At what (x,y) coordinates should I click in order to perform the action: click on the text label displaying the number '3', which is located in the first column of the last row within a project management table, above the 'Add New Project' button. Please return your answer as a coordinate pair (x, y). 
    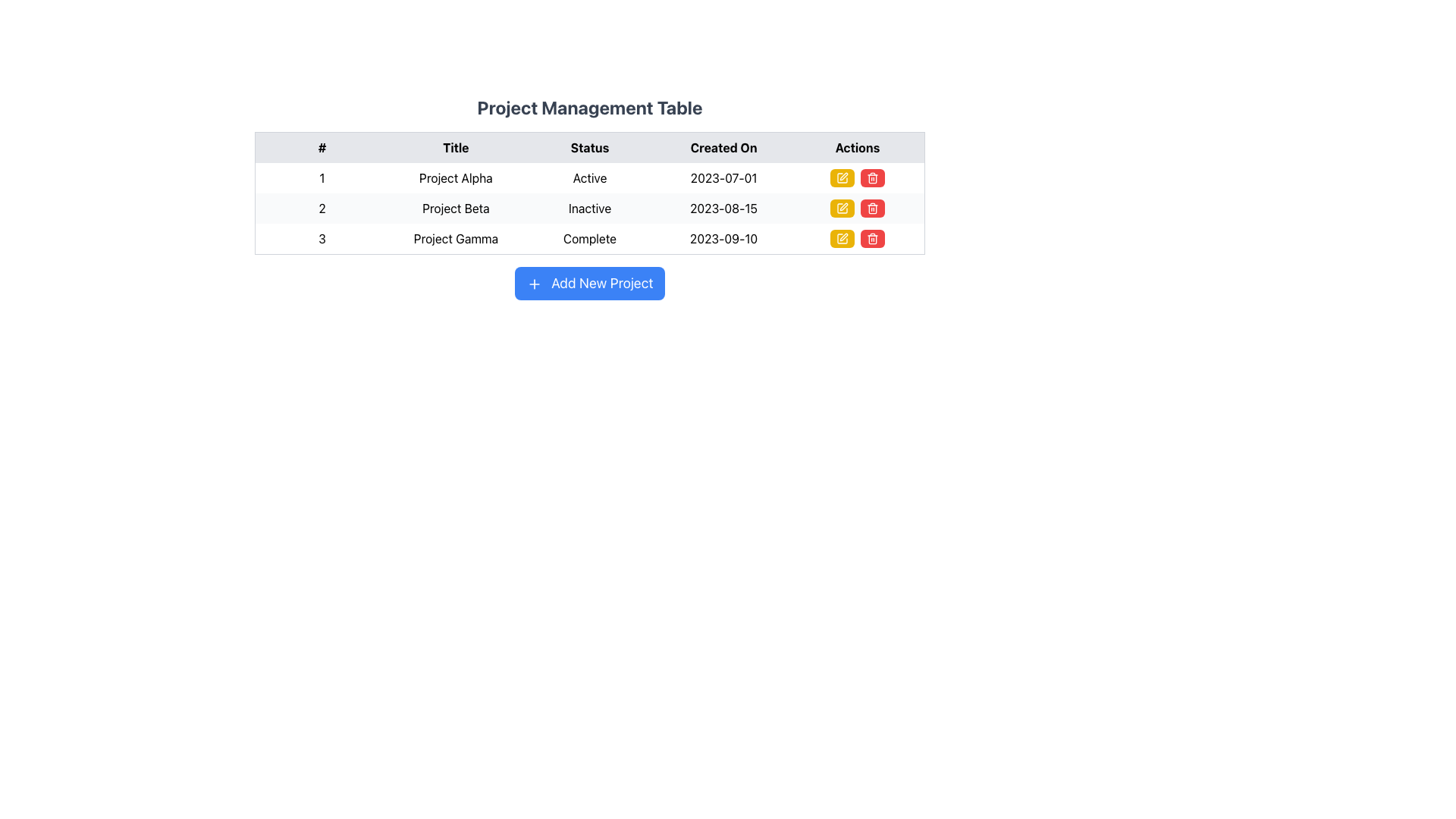
    Looking at the image, I should click on (321, 239).